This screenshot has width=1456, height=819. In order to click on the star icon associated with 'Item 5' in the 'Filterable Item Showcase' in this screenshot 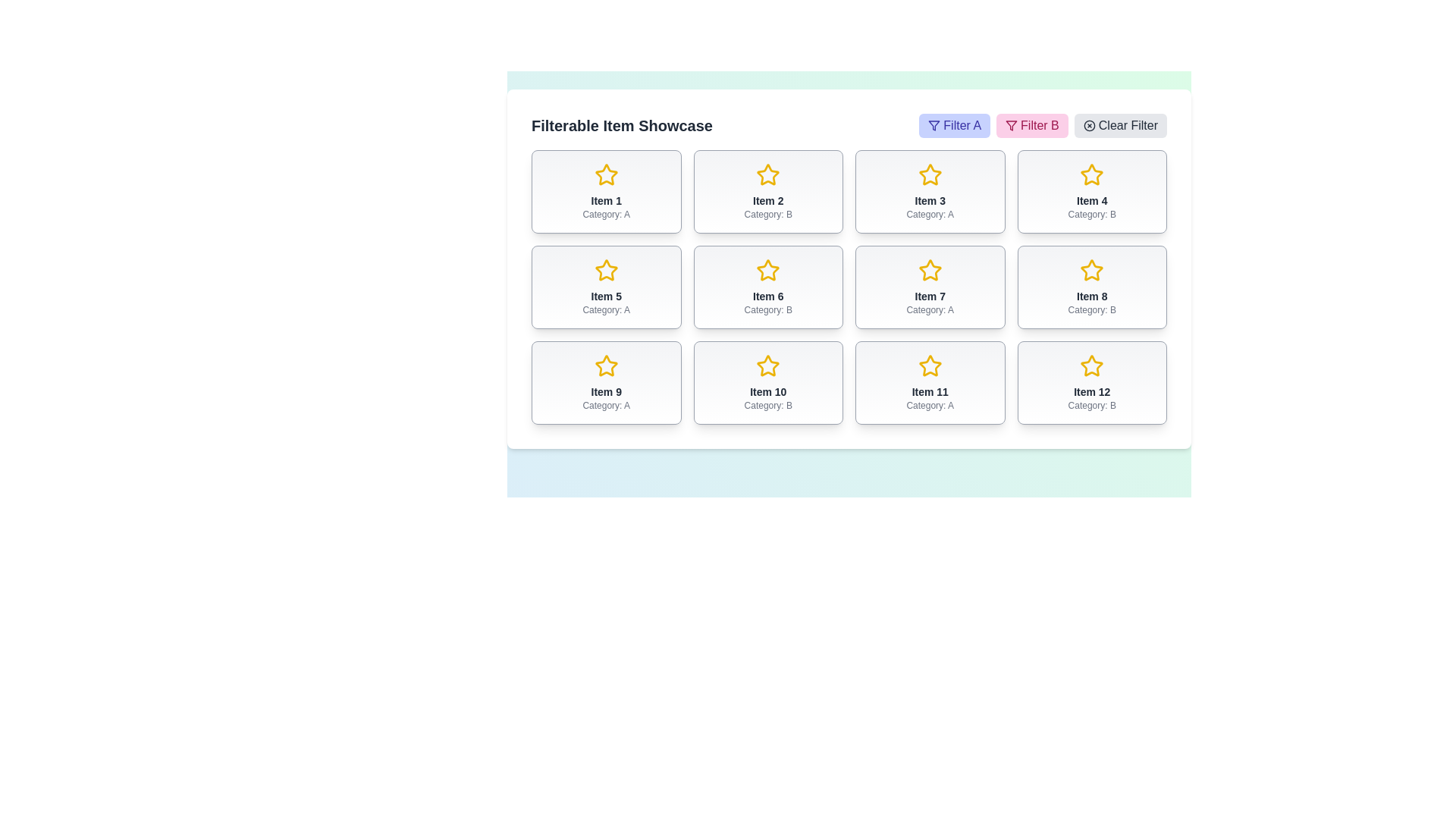, I will do `click(605, 269)`.